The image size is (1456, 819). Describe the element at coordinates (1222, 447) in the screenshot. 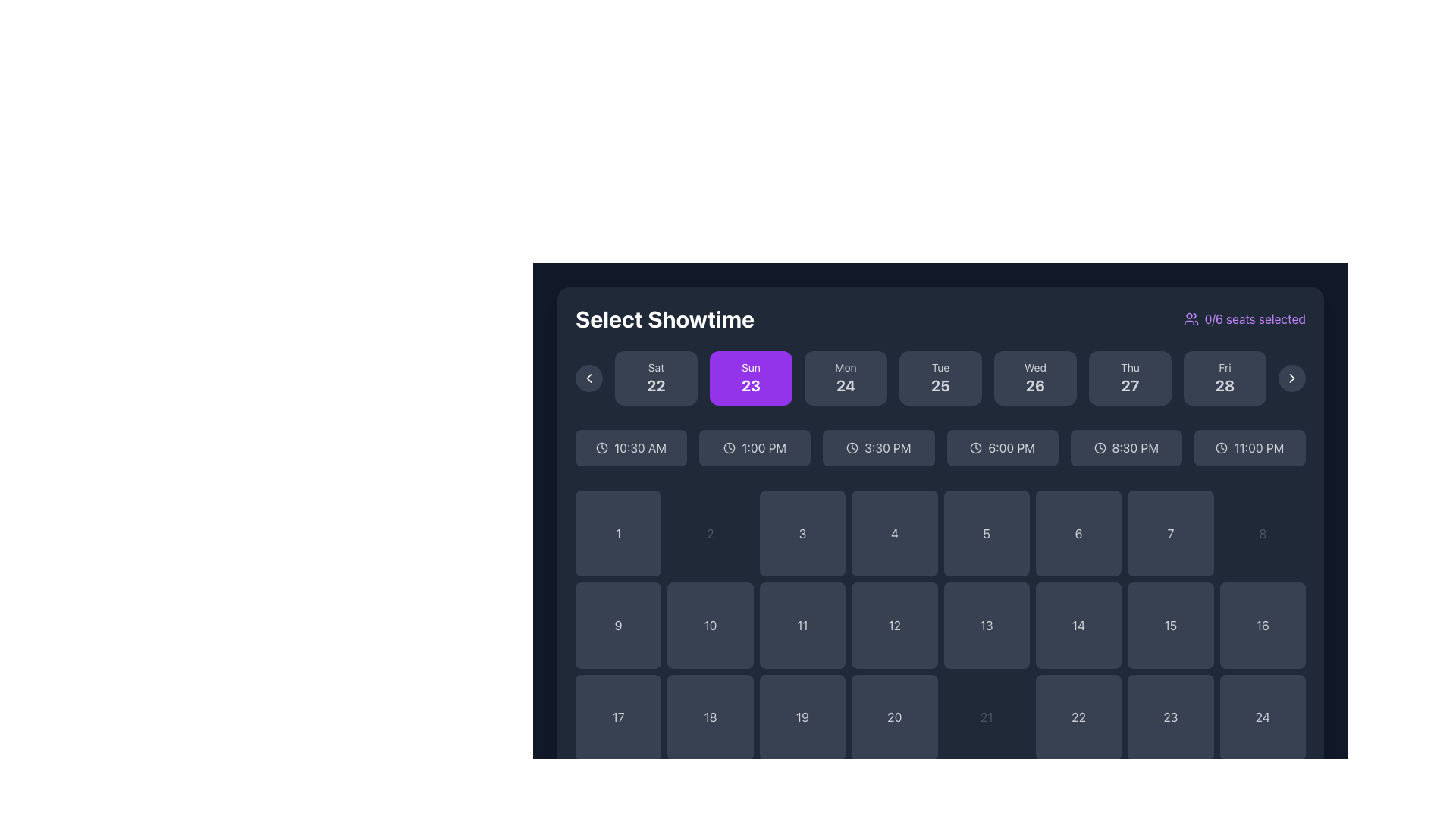

I see `the decorative SVG circle element that visually indicates time in the graphical clock icon, positioned within the 11:00 PM time slot section` at that location.